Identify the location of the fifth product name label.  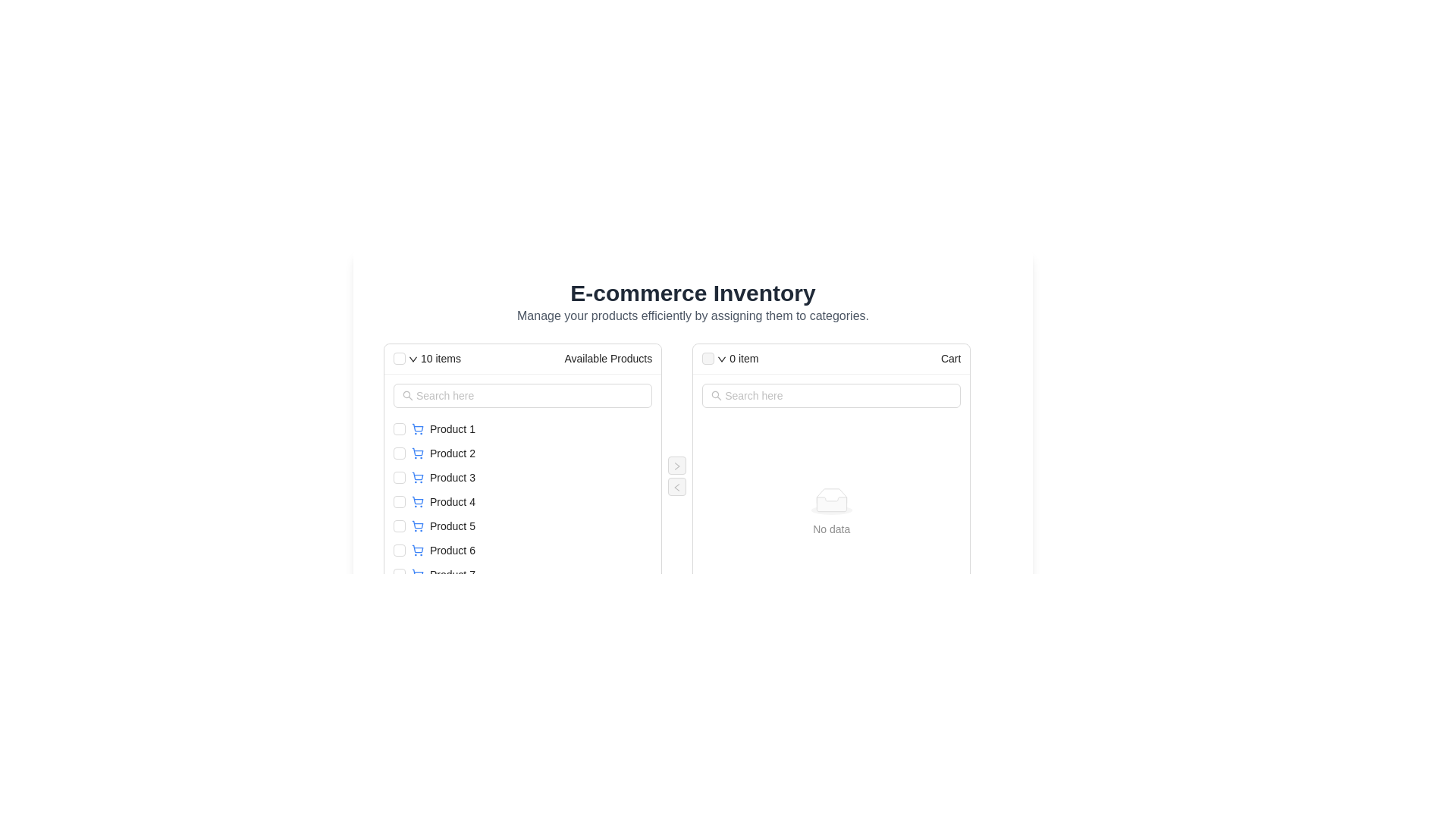
(451, 526).